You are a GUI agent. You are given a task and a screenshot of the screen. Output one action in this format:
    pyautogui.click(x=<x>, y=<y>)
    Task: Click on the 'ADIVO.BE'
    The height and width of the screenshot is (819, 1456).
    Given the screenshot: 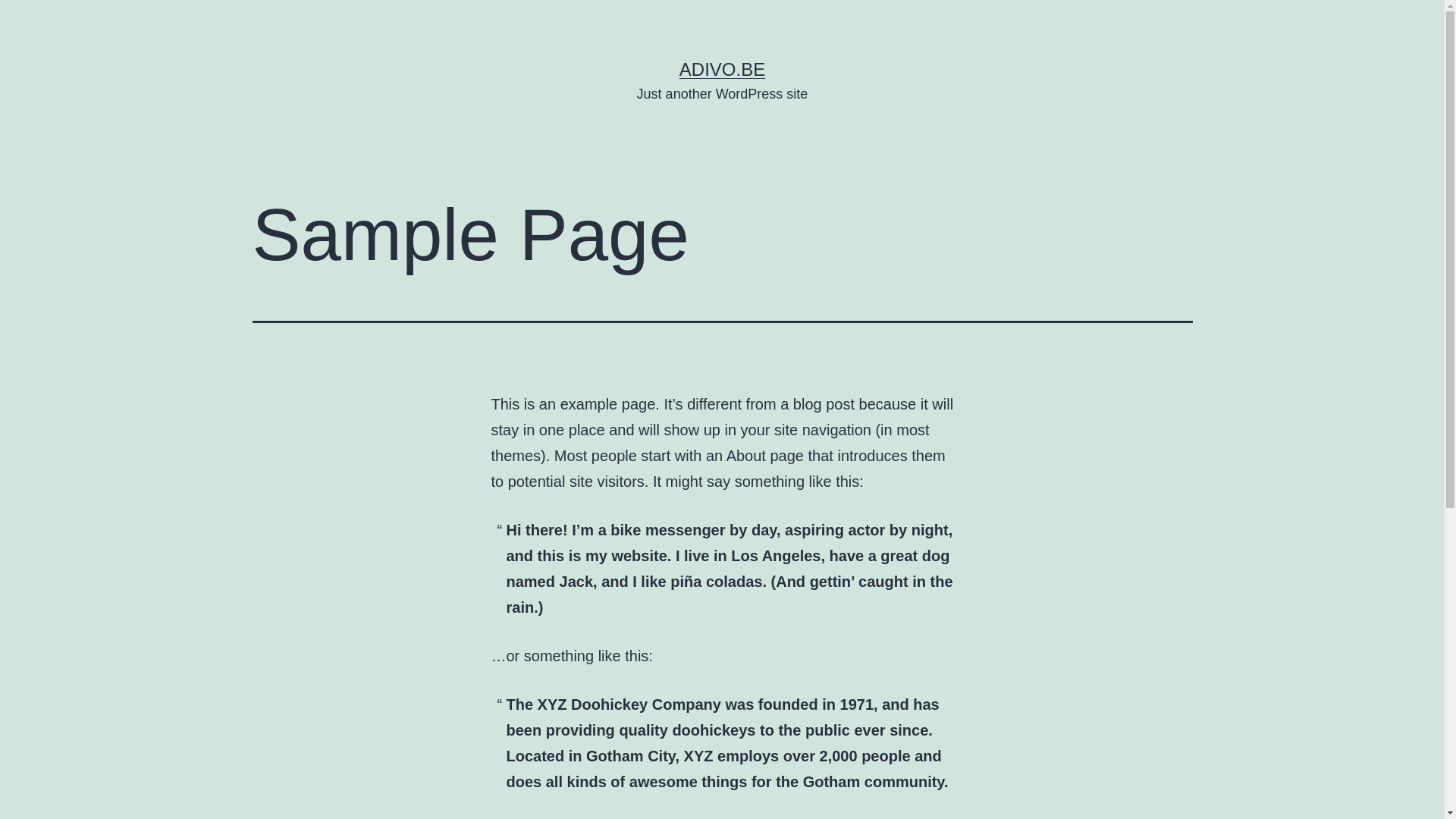 What is the action you would take?
    pyautogui.click(x=721, y=69)
    